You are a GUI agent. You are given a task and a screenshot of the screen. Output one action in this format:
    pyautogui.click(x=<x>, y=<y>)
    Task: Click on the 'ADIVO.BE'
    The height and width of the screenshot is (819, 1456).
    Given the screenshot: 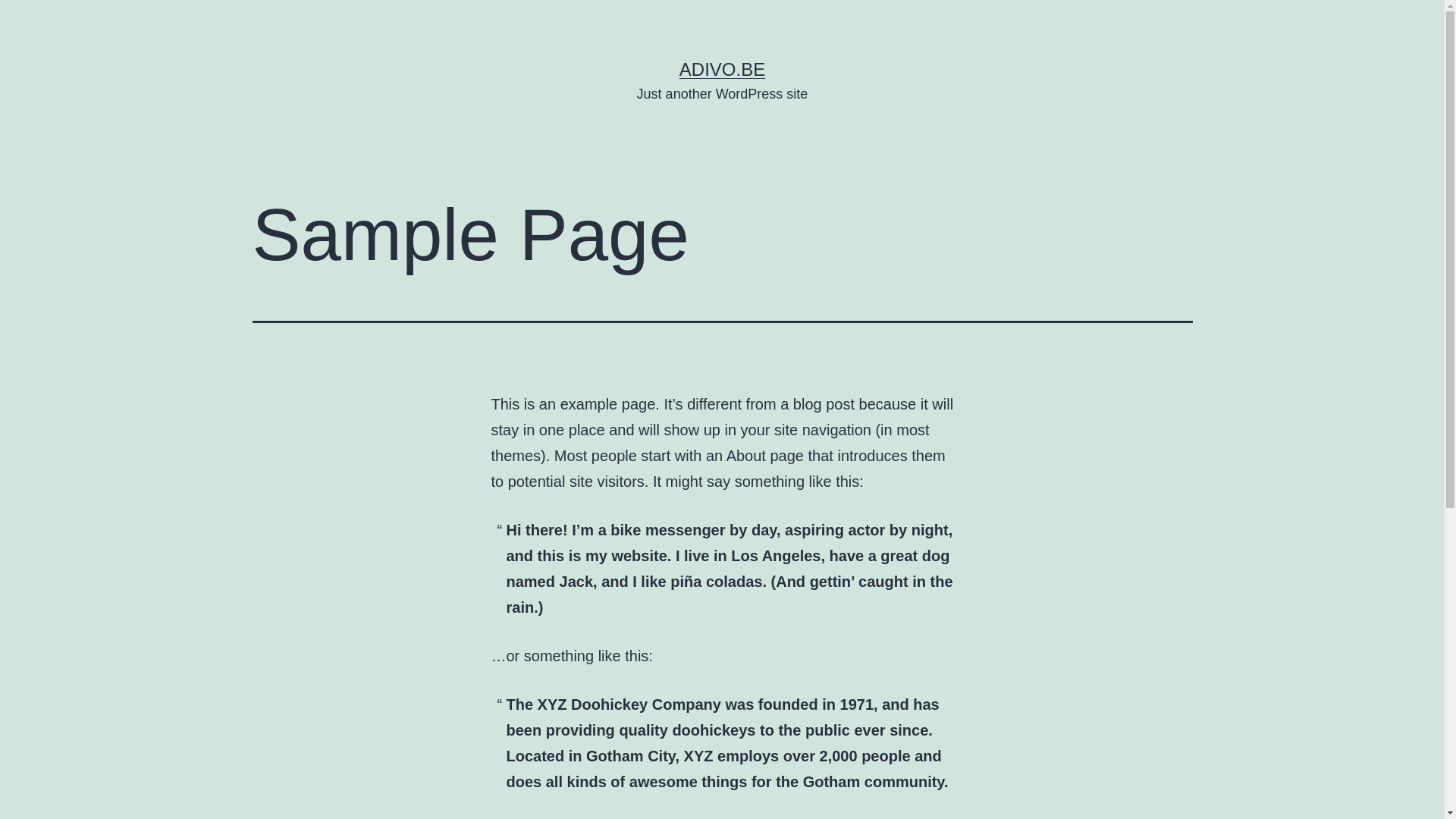 What is the action you would take?
    pyautogui.click(x=721, y=69)
    